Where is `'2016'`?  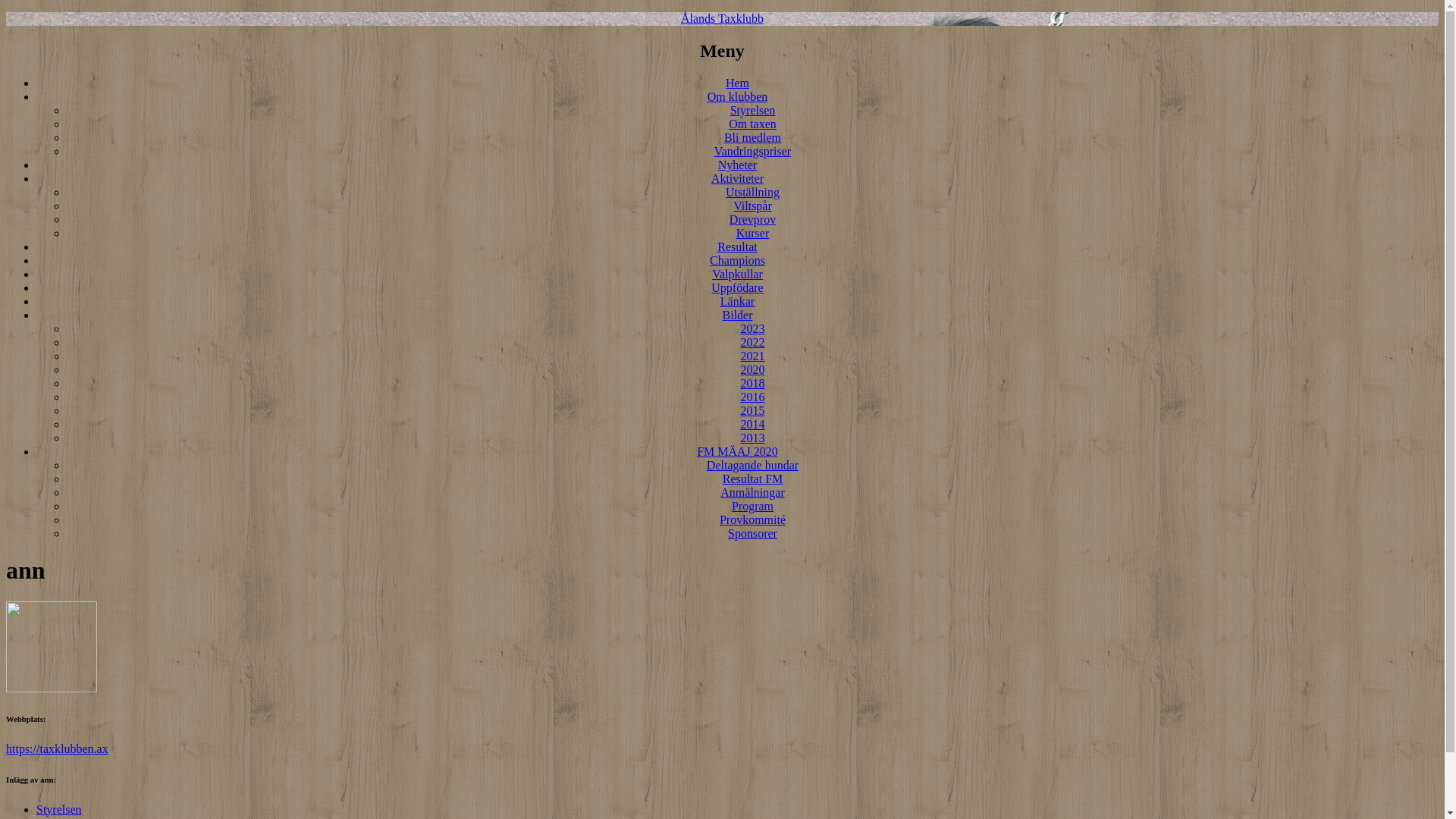
'2016' is located at coordinates (752, 396).